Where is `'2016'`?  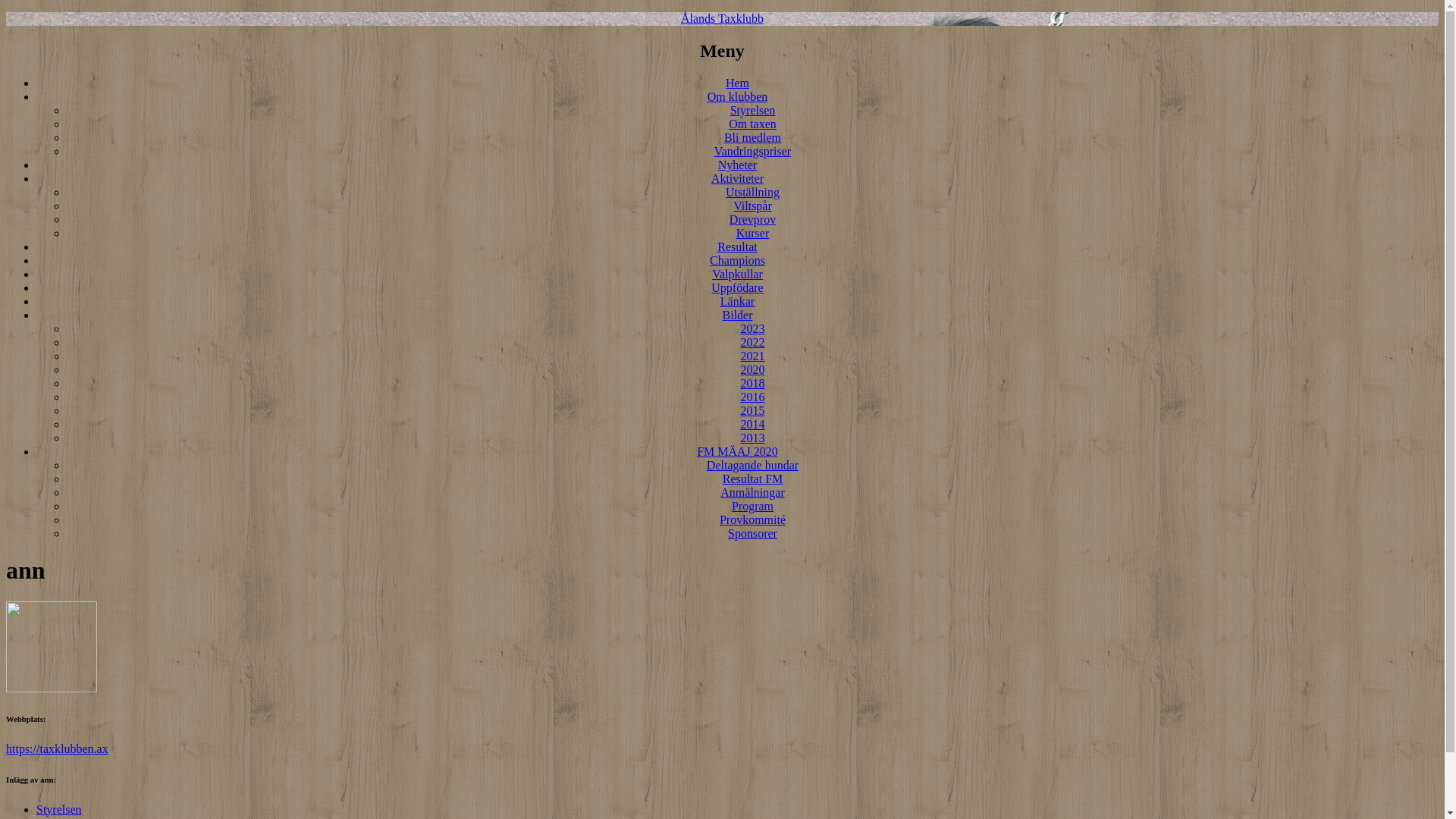
'2016' is located at coordinates (752, 396).